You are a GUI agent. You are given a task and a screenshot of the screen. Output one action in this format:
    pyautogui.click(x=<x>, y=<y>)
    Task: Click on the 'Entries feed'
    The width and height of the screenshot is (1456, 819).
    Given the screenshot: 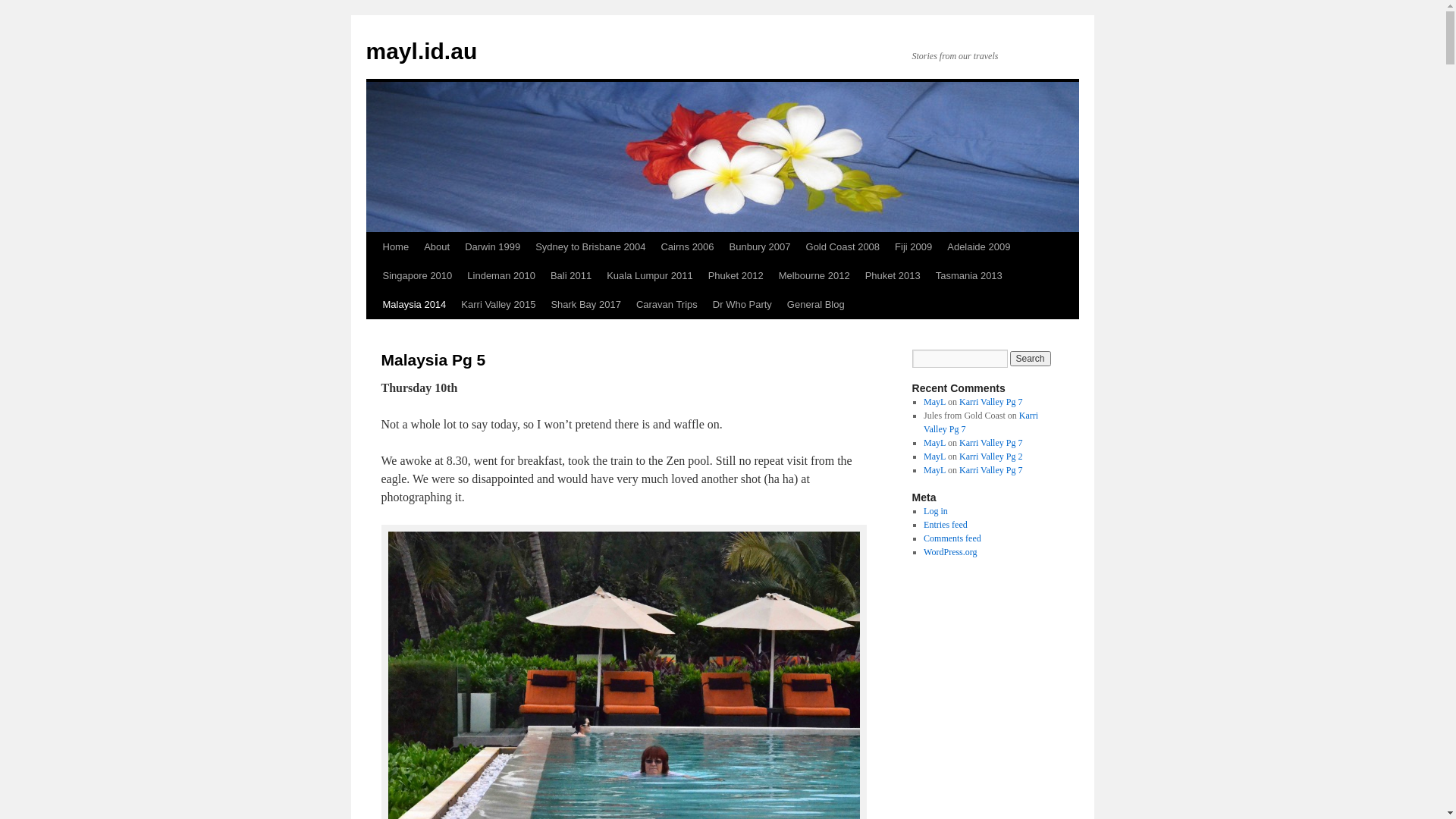 What is the action you would take?
    pyautogui.click(x=945, y=523)
    